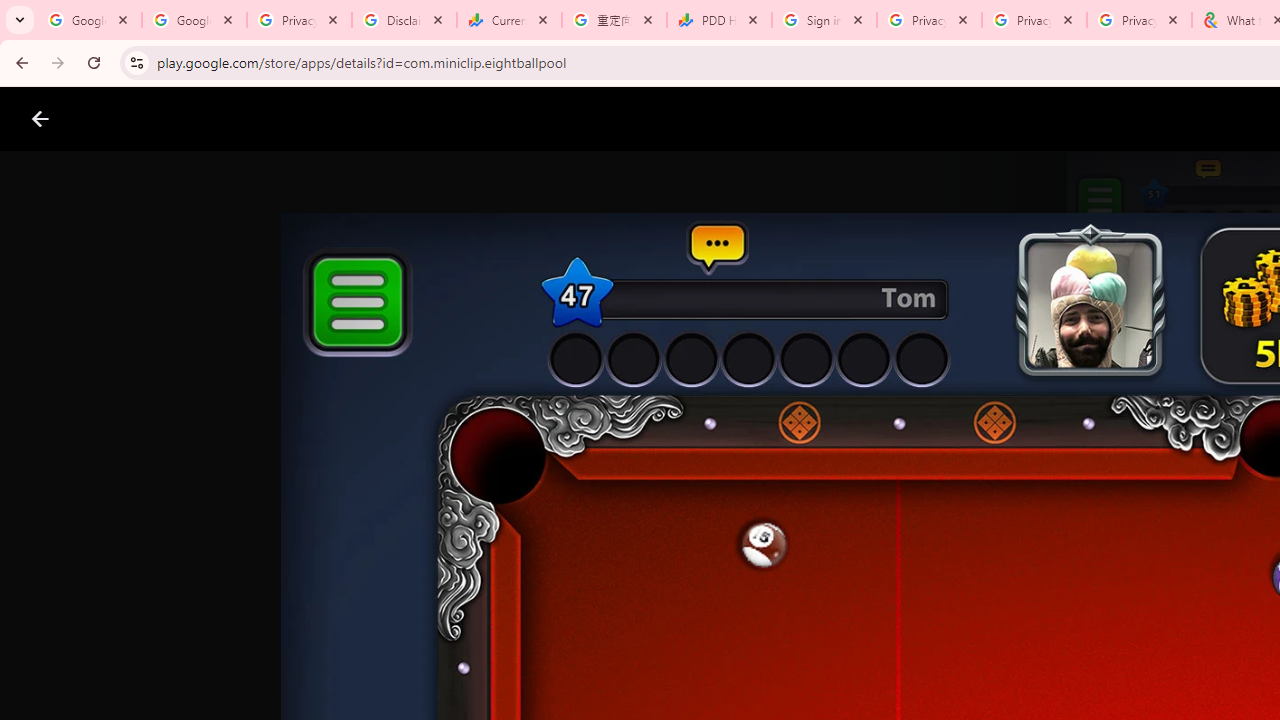  What do you see at coordinates (1034, 20) in the screenshot?
I see `'Privacy Checkup'` at bounding box center [1034, 20].